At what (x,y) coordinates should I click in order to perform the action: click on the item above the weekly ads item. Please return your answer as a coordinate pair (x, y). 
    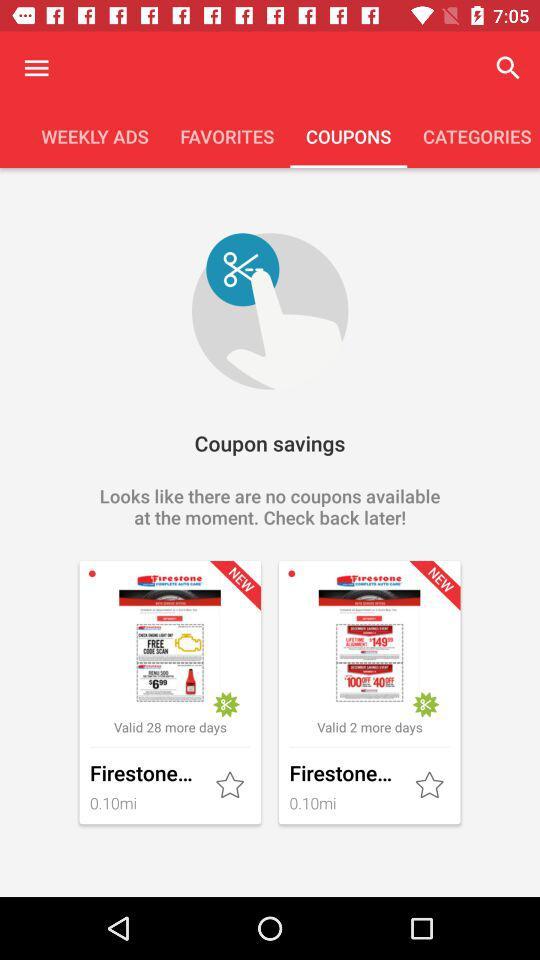
    Looking at the image, I should click on (36, 68).